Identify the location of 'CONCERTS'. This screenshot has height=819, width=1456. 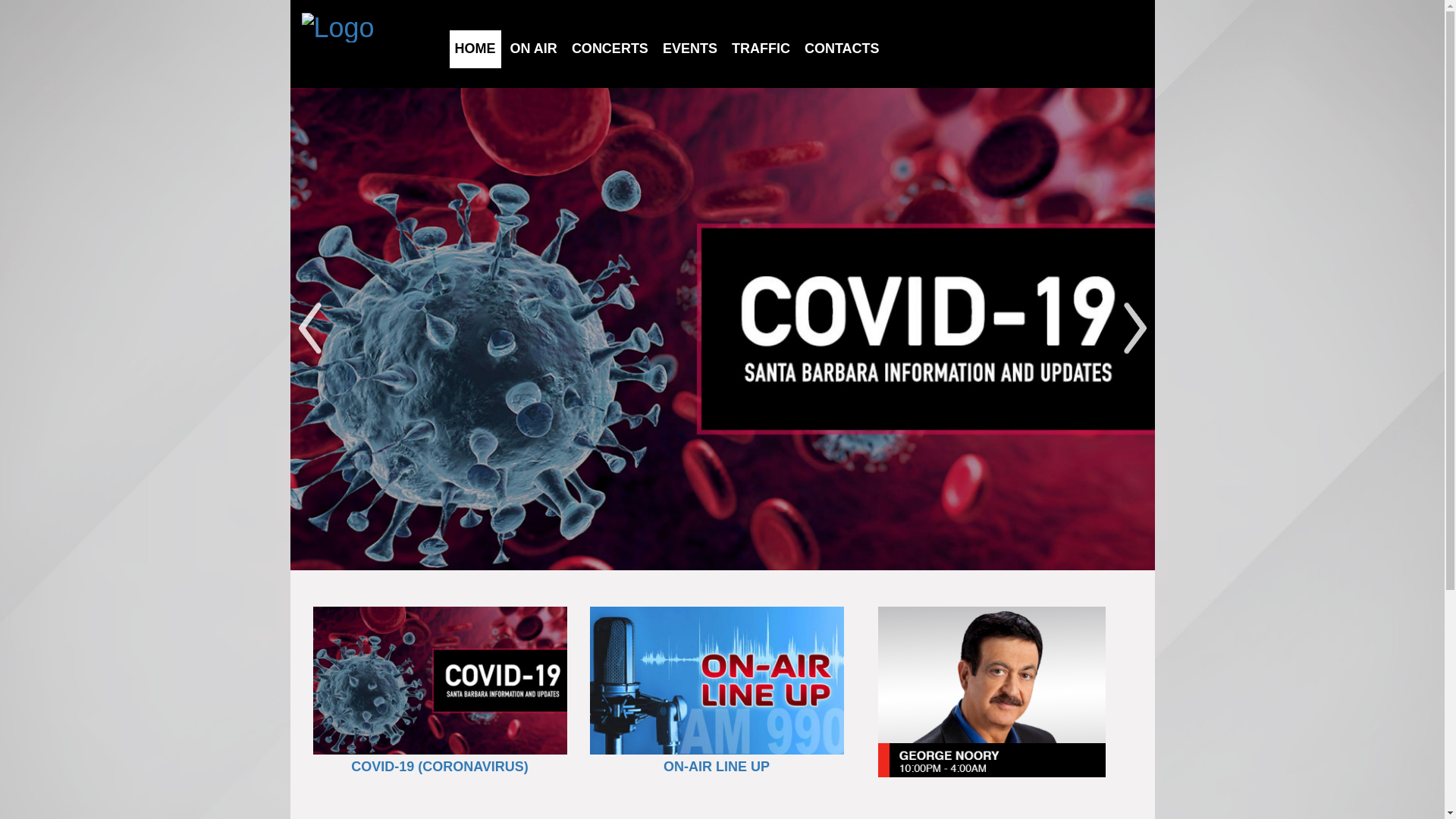
(610, 48).